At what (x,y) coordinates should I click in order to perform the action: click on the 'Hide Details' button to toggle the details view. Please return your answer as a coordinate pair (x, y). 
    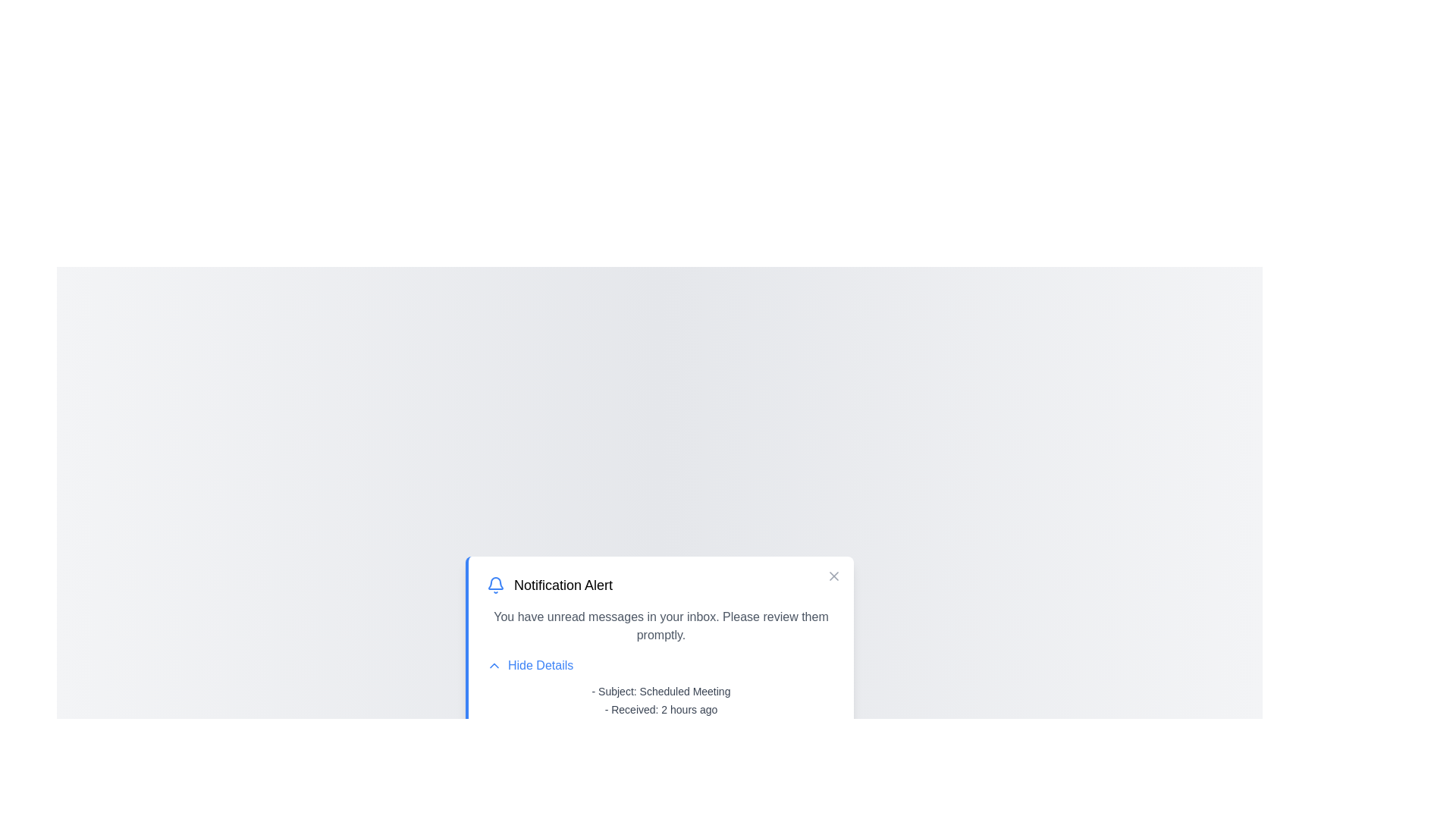
    Looking at the image, I should click on (530, 665).